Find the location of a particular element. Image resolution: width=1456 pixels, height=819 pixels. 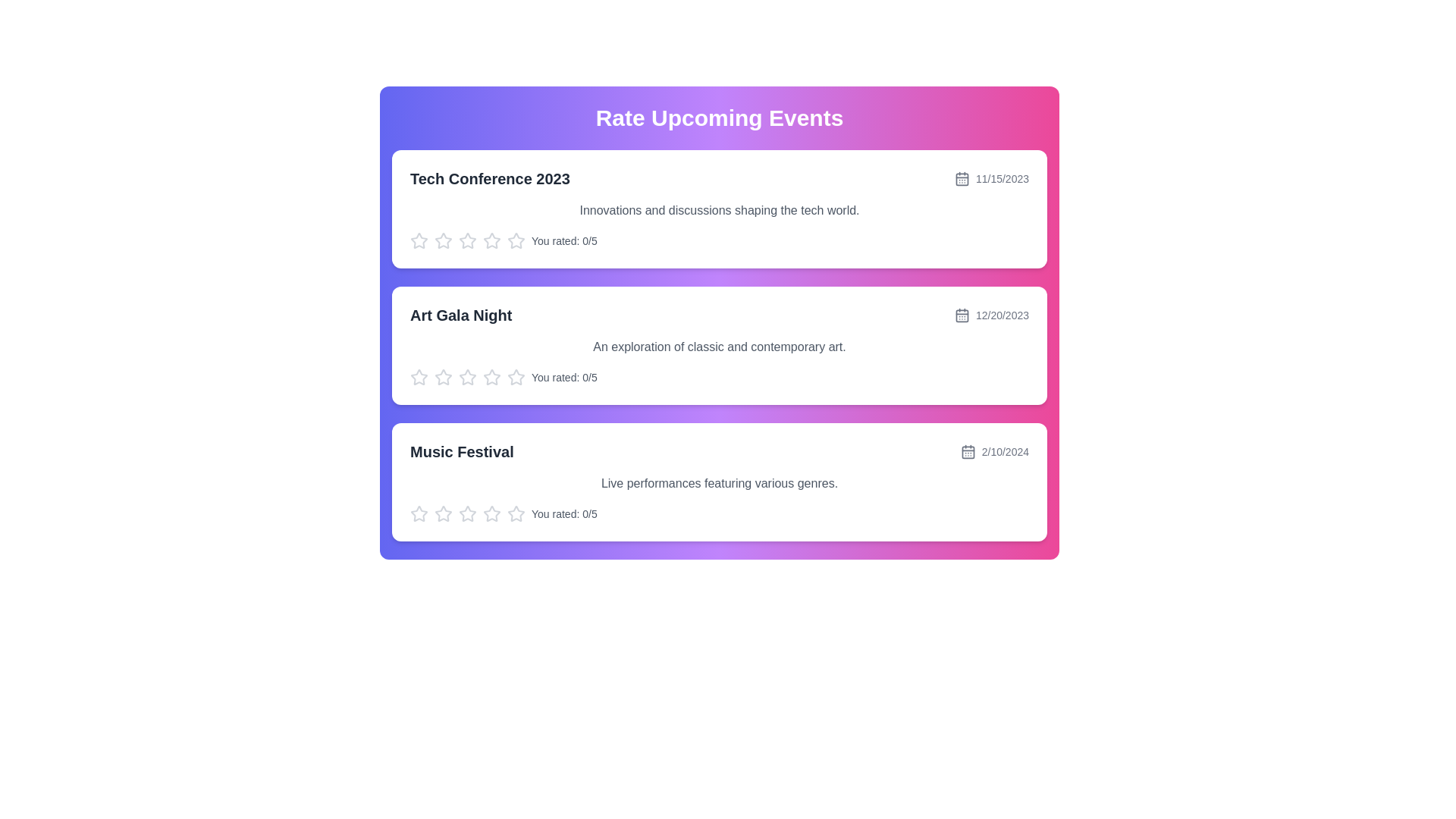

the first star in the five-star rating system located in the 'Art Gala Night' section is located at coordinates (419, 376).